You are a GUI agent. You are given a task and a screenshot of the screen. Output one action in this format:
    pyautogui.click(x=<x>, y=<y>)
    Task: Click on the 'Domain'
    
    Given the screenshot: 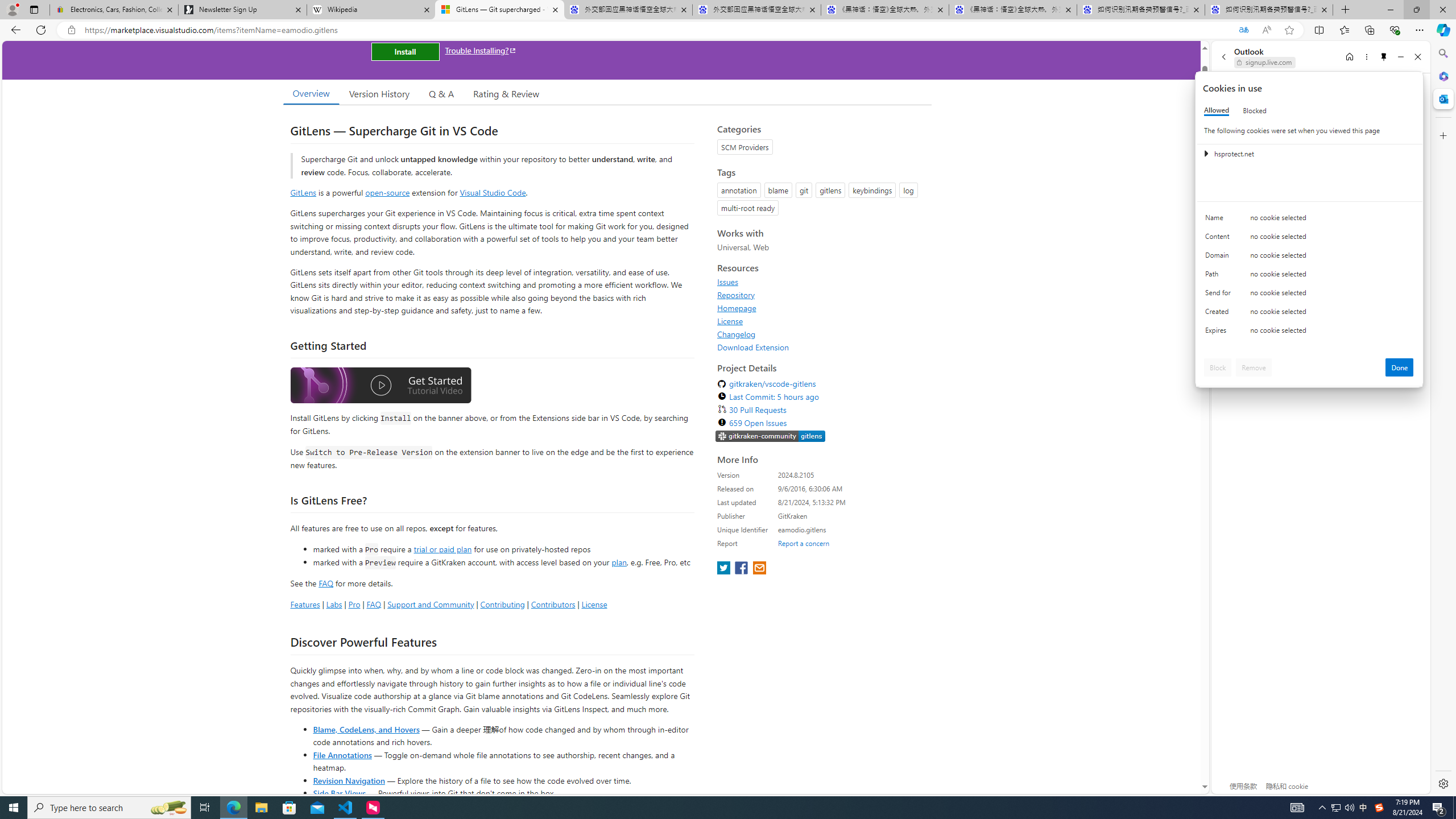 What is the action you would take?
    pyautogui.click(x=1219, y=257)
    